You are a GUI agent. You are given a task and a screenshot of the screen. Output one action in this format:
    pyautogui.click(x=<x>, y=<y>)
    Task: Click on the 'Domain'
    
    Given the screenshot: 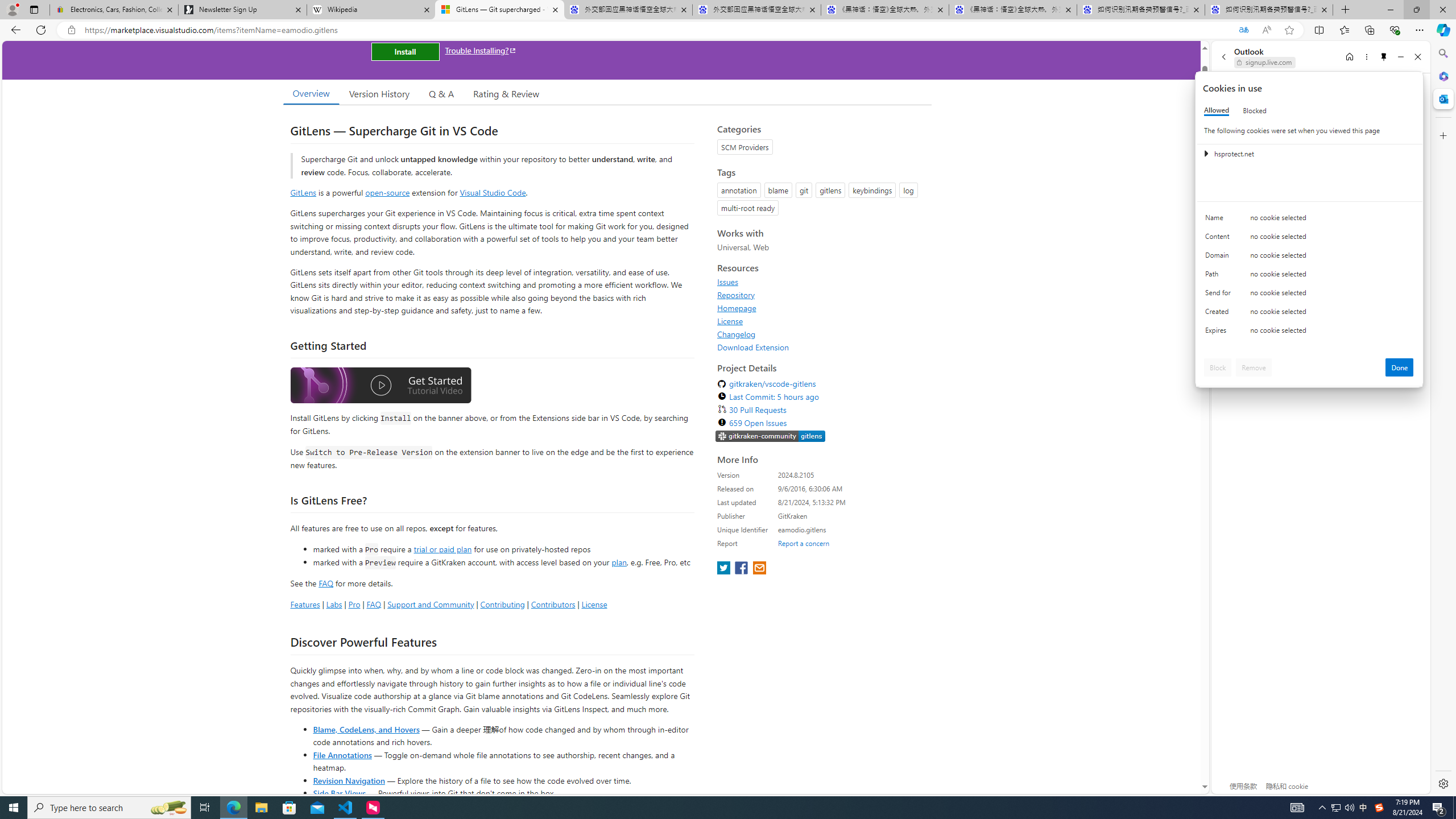 What is the action you would take?
    pyautogui.click(x=1219, y=257)
    